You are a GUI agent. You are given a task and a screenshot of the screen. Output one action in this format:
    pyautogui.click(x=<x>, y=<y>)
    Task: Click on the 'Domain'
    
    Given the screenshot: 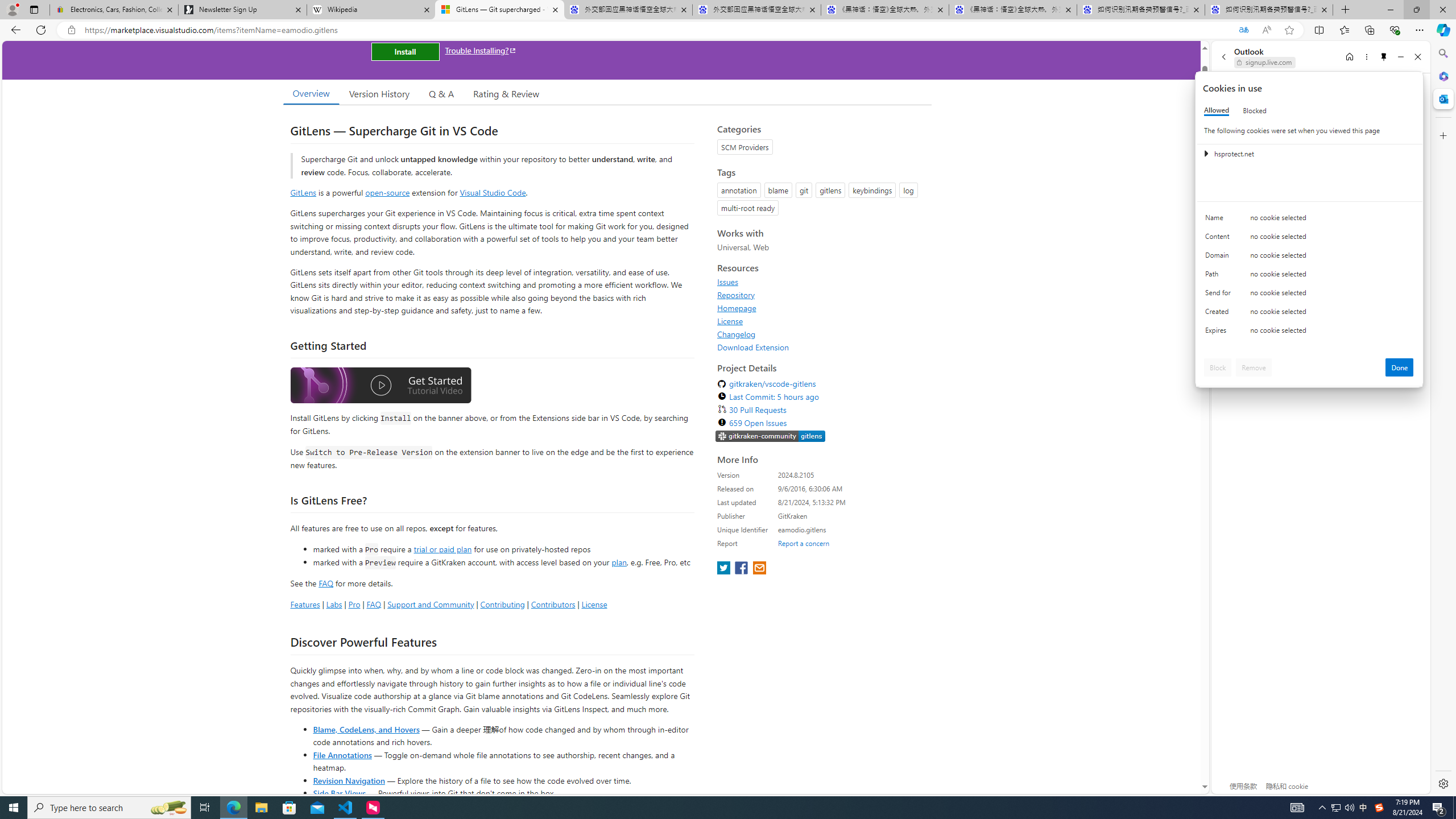 What is the action you would take?
    pyautogui.click(x=1219, y=257)
    